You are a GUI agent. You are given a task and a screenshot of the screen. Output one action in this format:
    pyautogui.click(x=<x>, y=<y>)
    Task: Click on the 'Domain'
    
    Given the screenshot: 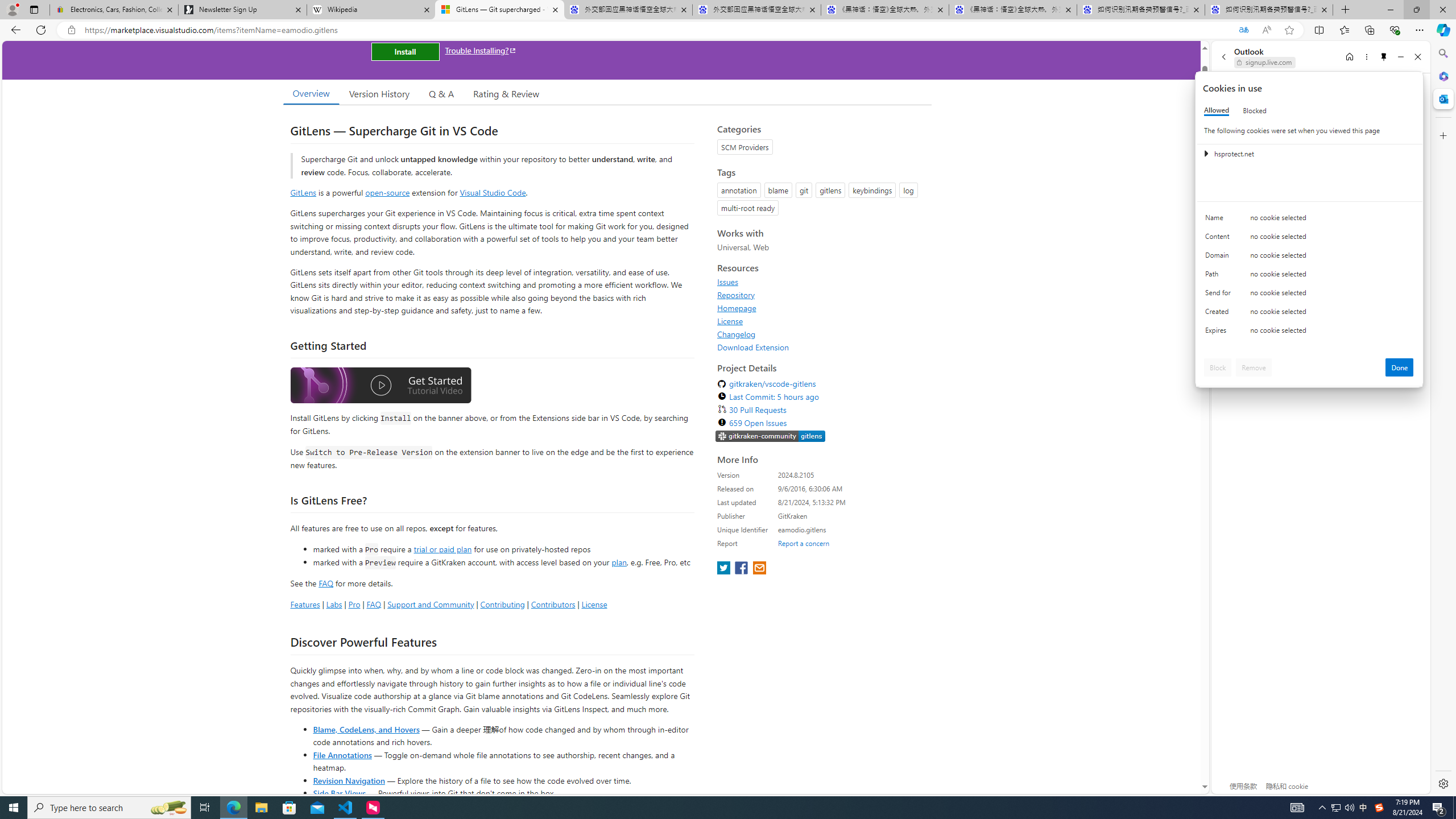 What is the action you would take?
    pyautogui.click(x=1219, y=257)
    